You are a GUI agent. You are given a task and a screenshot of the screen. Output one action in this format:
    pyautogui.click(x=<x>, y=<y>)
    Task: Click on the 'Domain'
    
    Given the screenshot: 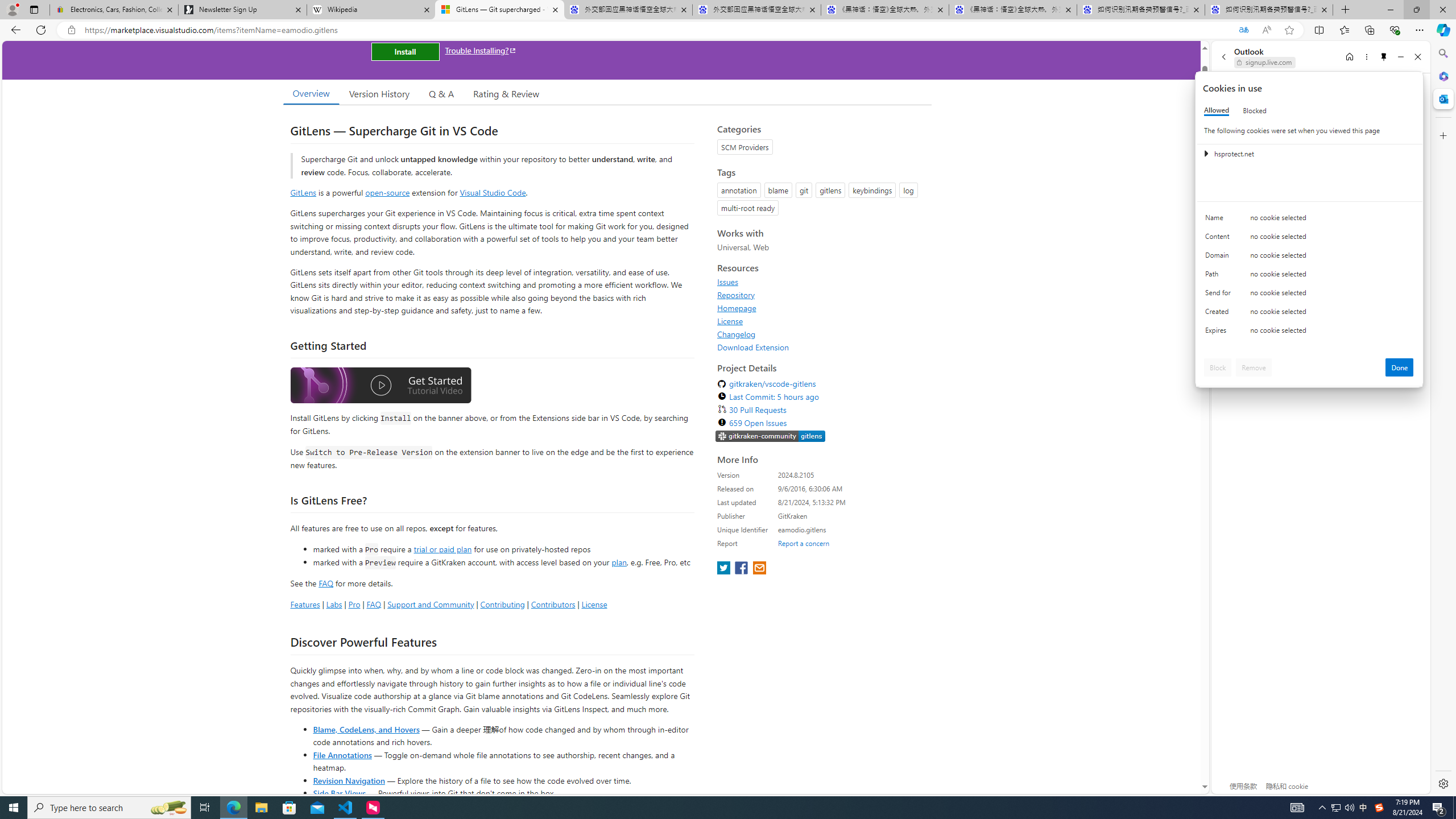 What is the action you would take?
    pyautogui.click(x=1219, y=257)
    